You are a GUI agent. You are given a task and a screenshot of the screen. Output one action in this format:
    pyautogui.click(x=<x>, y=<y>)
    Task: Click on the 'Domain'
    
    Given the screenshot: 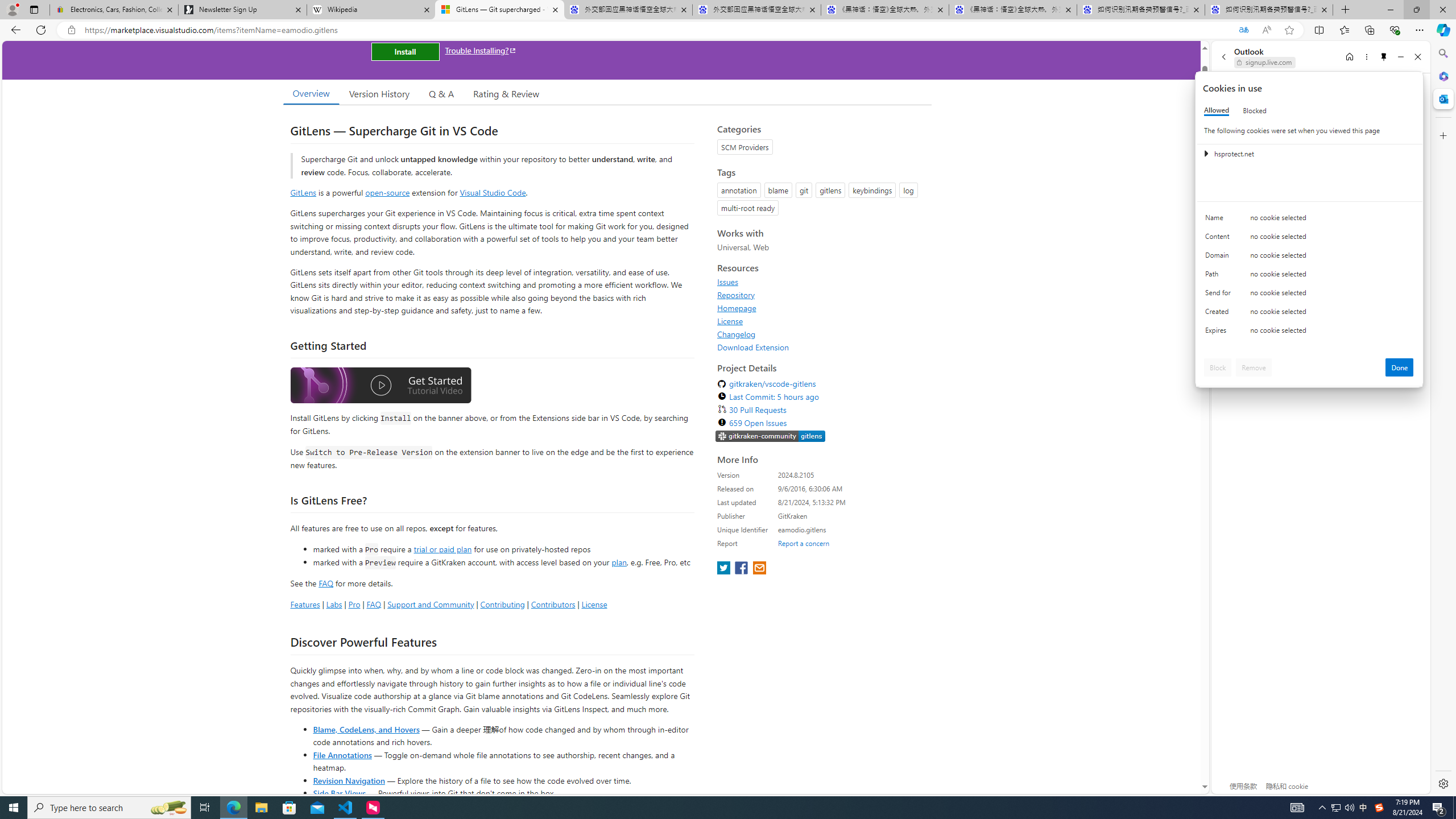 What is the action you would take?
    pyautogui.click(x=1219, y=257)
    